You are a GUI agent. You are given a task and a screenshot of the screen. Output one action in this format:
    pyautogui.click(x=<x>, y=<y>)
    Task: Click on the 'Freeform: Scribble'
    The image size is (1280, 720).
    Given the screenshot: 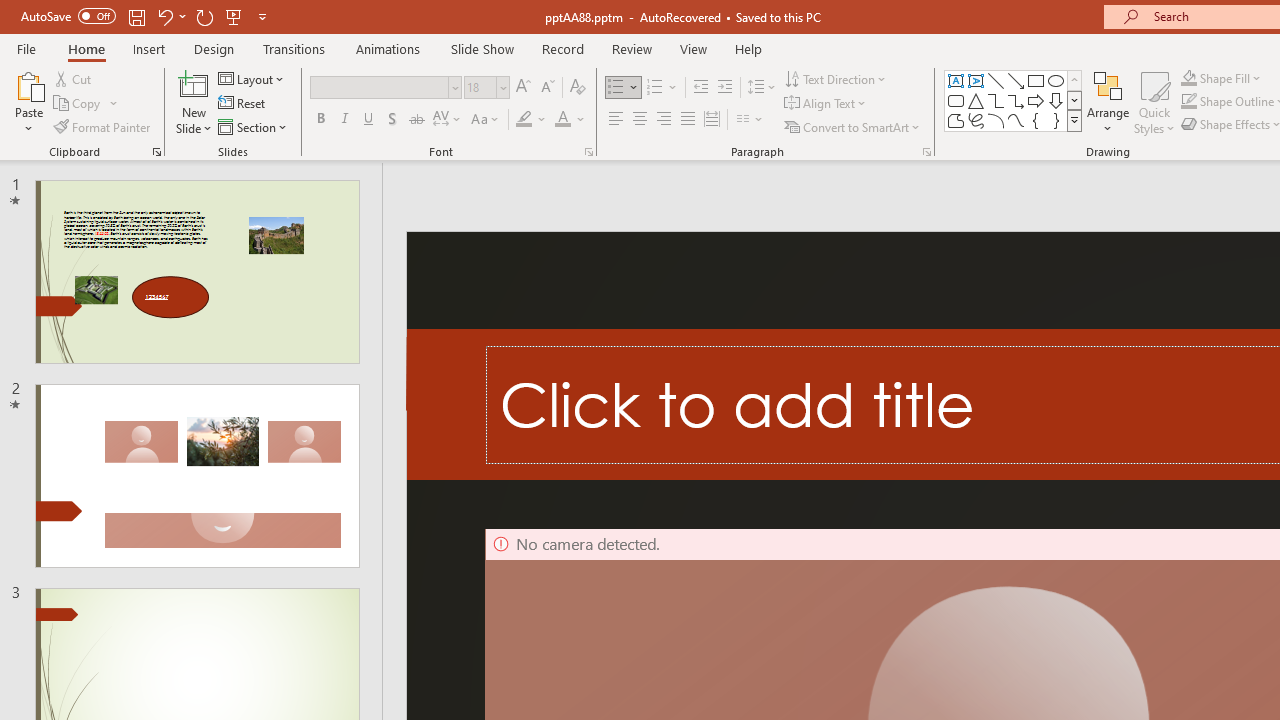 What is the action you would take?
    pyautogui.click(x=976, y=120)
    